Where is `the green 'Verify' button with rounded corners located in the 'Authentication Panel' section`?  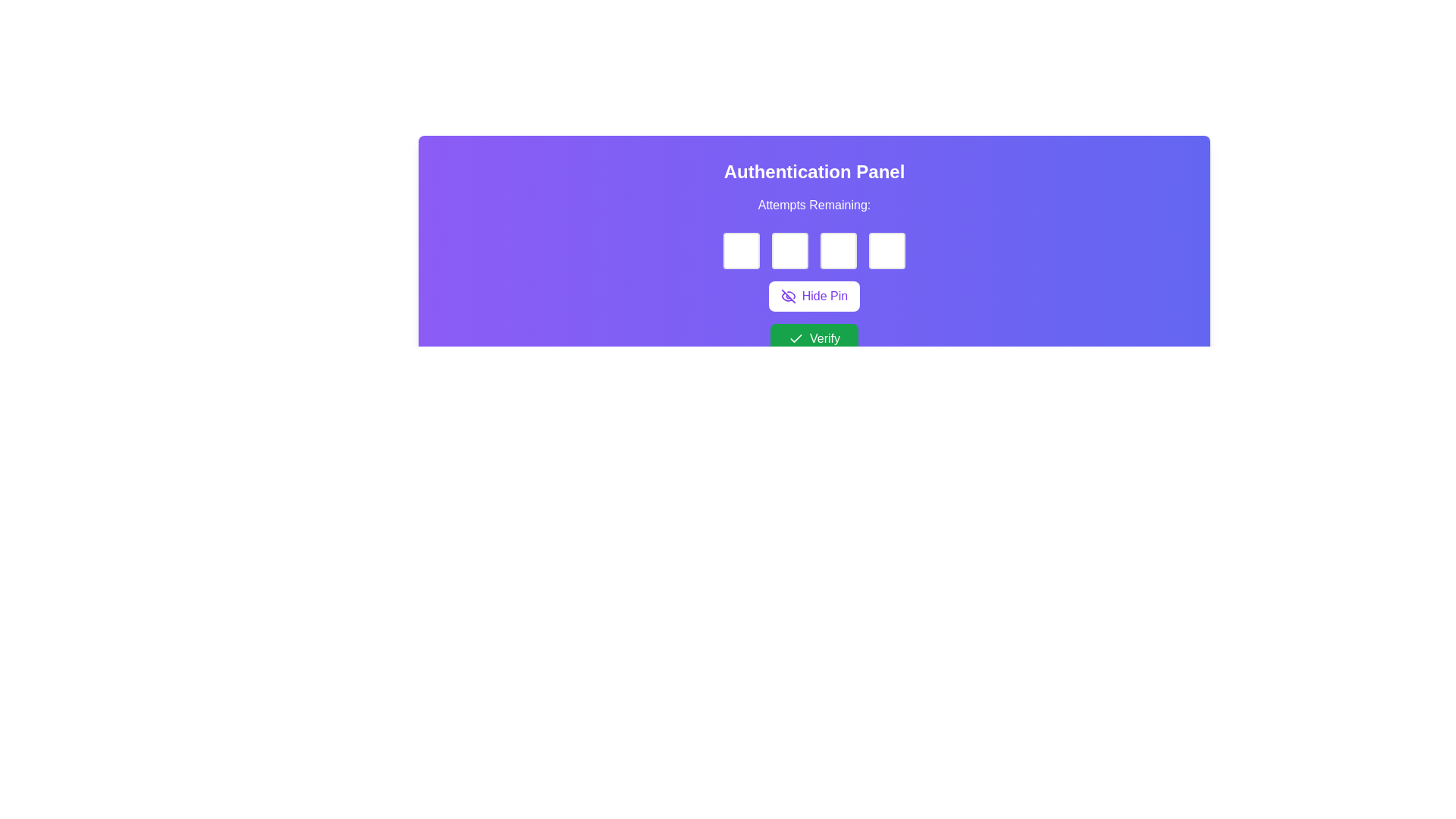
the green 'Verify' button with rounded corners located in the 'Authentication Panel' section is located at coordinates (814, 338).